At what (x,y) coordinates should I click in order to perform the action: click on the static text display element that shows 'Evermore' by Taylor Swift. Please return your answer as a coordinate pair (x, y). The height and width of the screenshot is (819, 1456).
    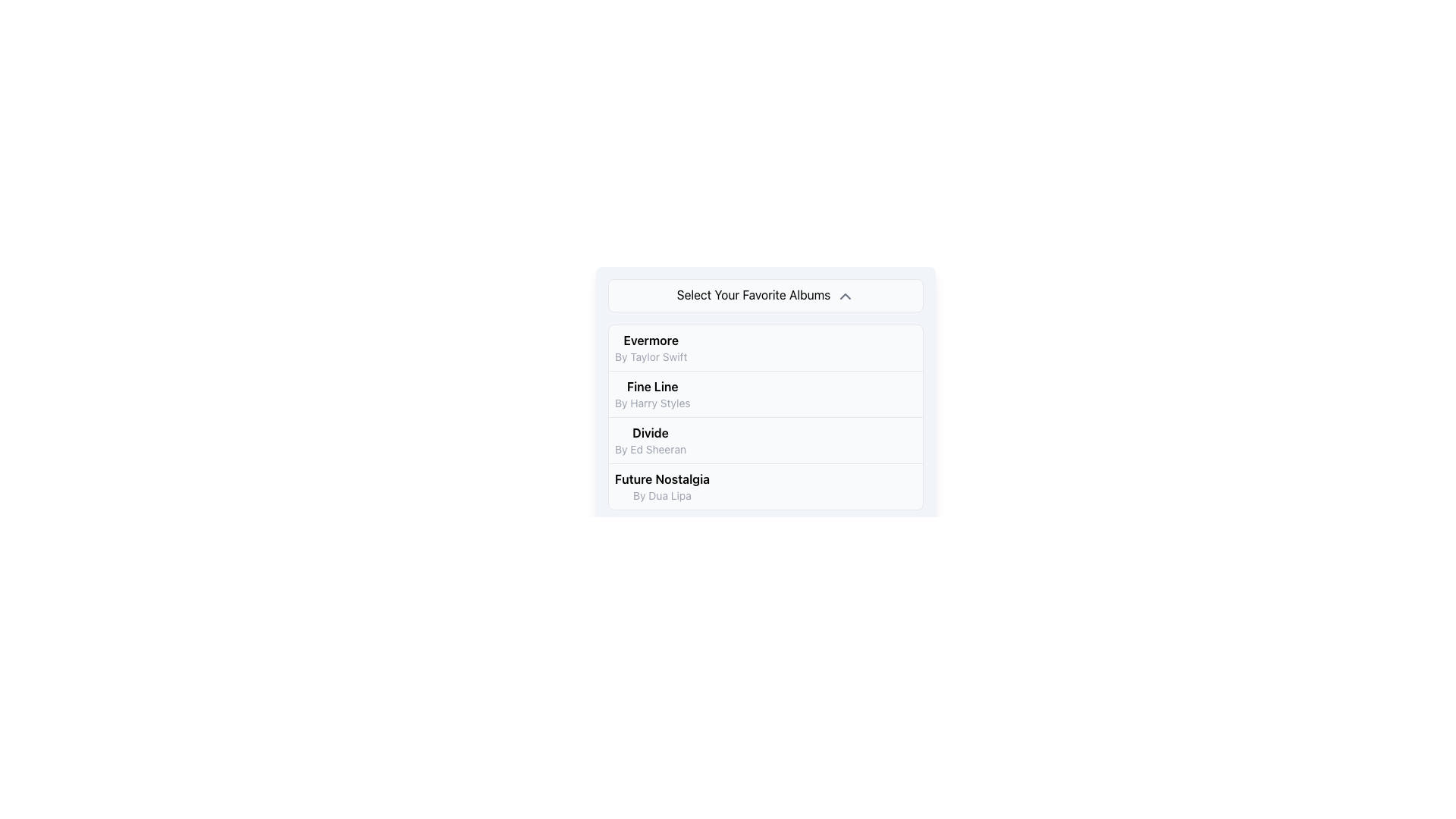
    Looking at the image, I should click on (651, 347).